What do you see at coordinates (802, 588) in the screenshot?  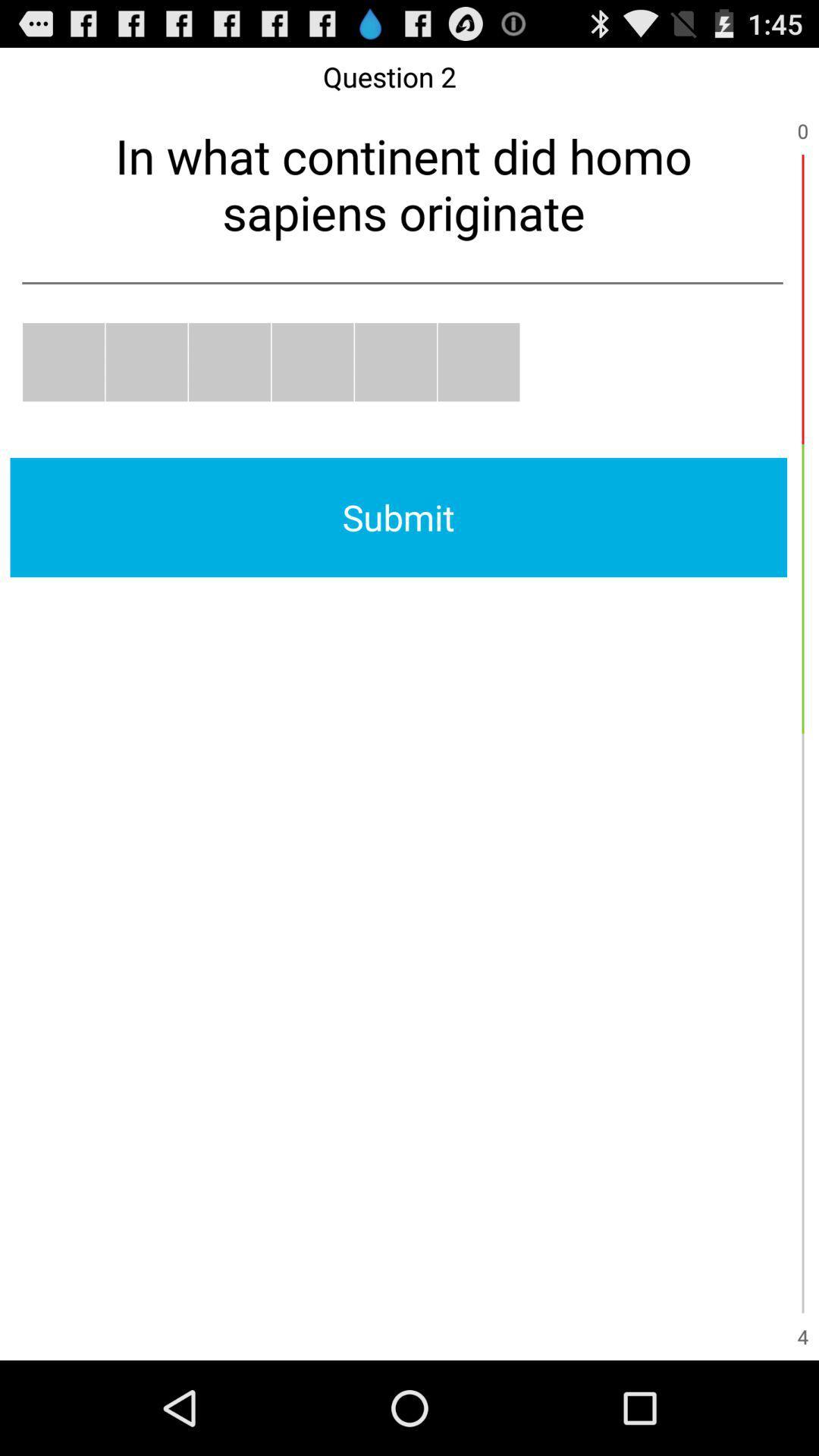 I see `item next to the submit` at bounding box center [802, 588].